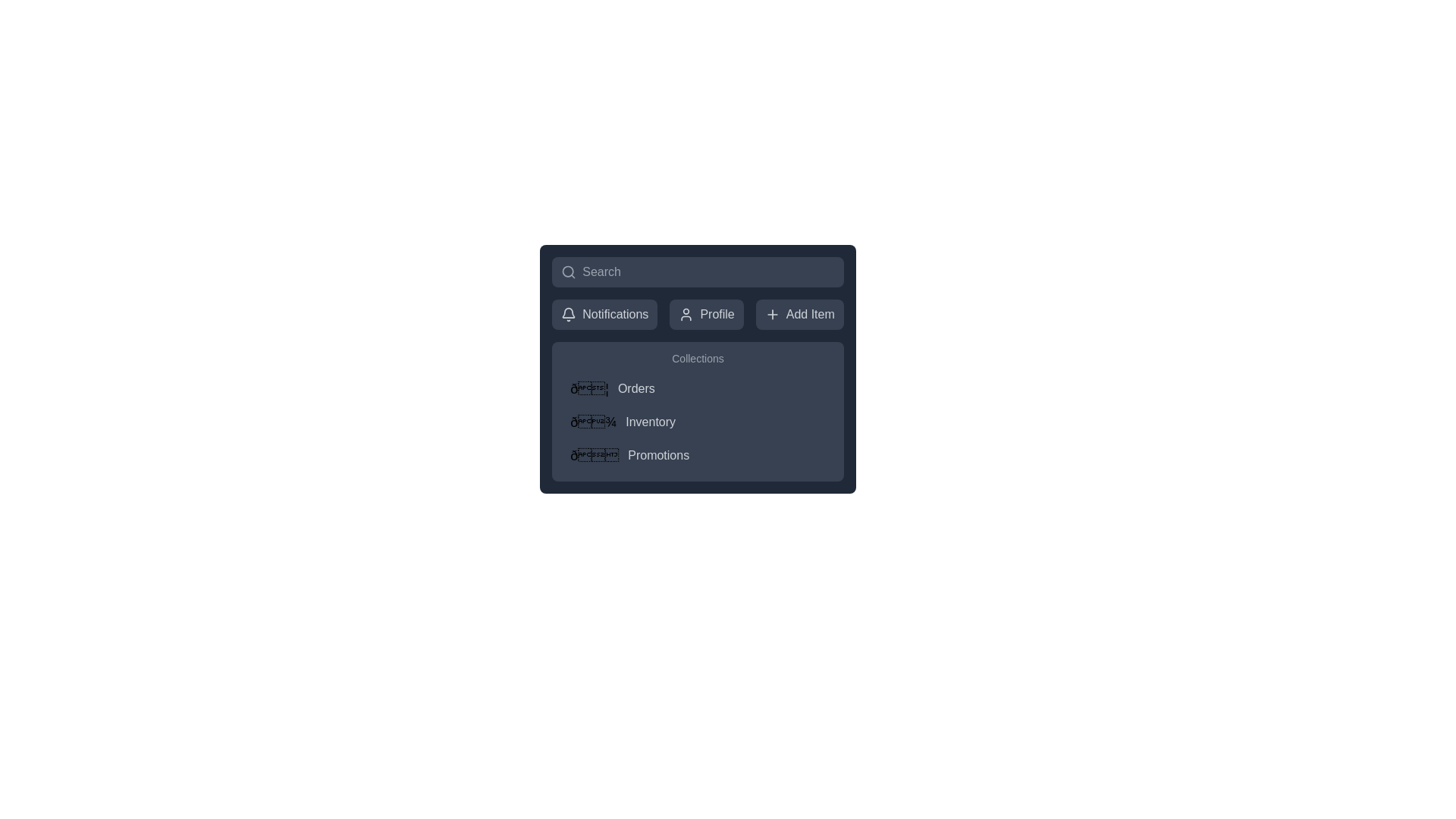 This screenshot has height=819, width=1456. What do you see at coordinates (588, 388) in the screenshot?
I see `the document or mail icon located to the left of the 'Orders' text in the dark-colored menu panel` at bounding box center [588, 388].